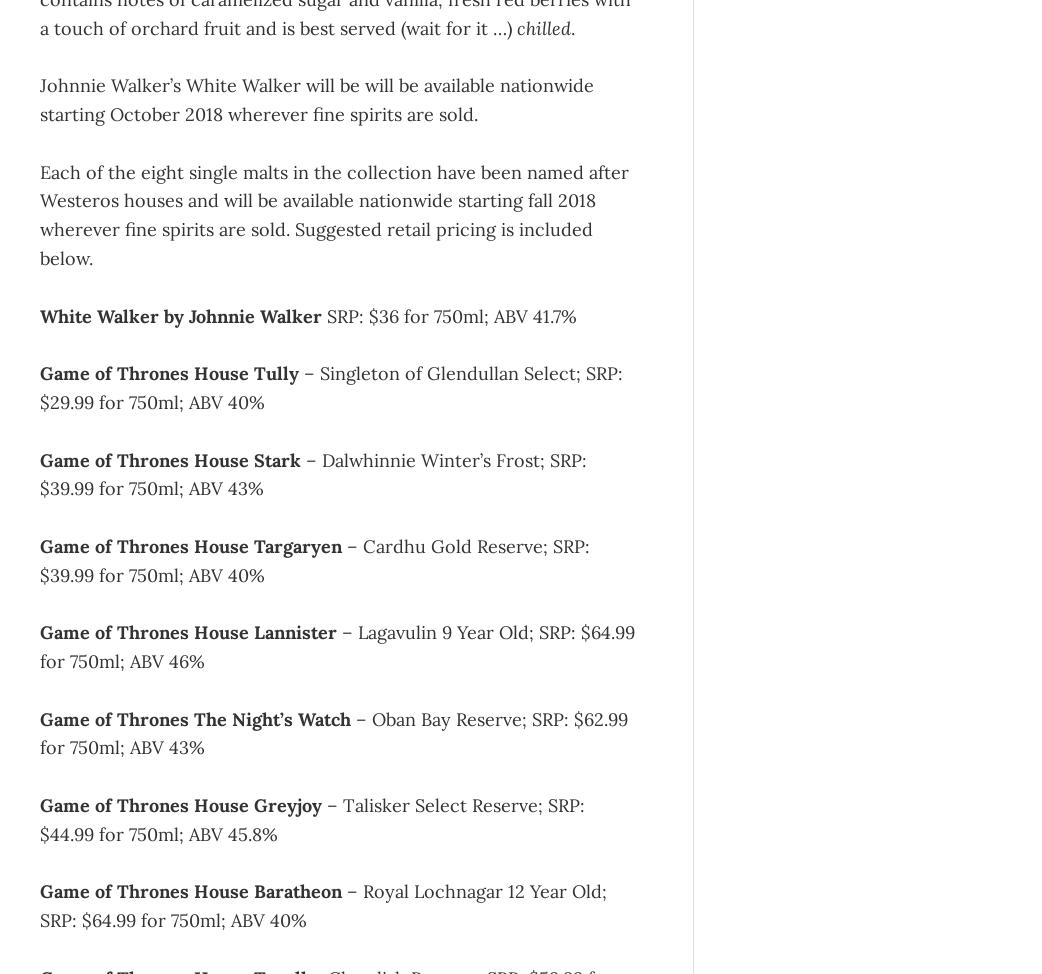 The image size is (1042, 974). I want to click on 'Game of Thrones House Baratheon', so click(189, 891).